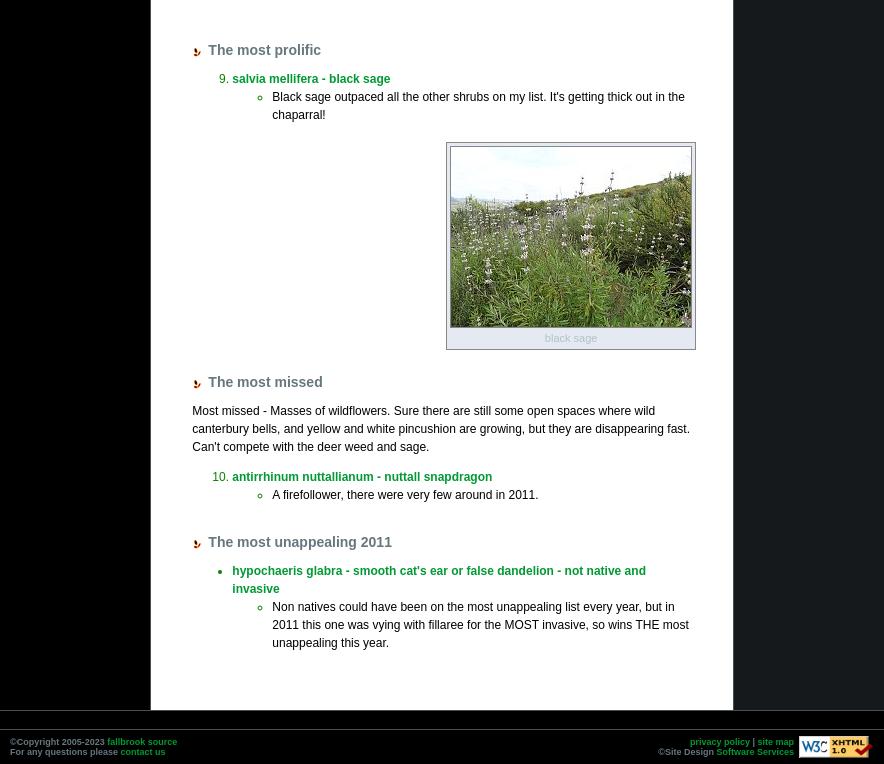 Image resolution: width=884 pixels, height=764 pixels. I want to click on 'Black sage outpaced all the other shrubs on my list. It's getting 
thick out in the chaparral!', so click(477, 104).